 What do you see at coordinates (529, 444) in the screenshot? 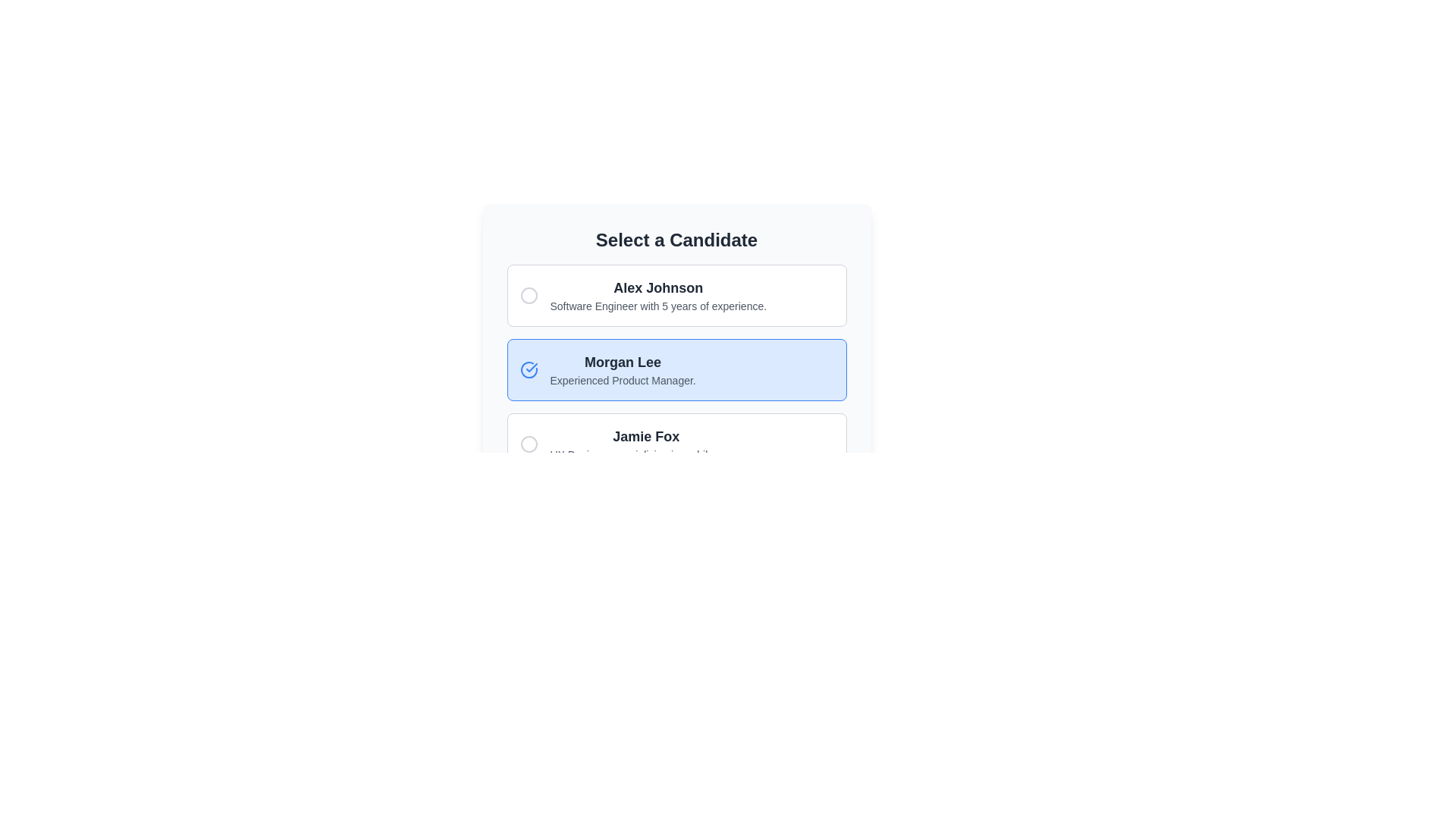
I see `the unselected candidate selection indicator icon (circle) located` at bounding box center [529, 444].